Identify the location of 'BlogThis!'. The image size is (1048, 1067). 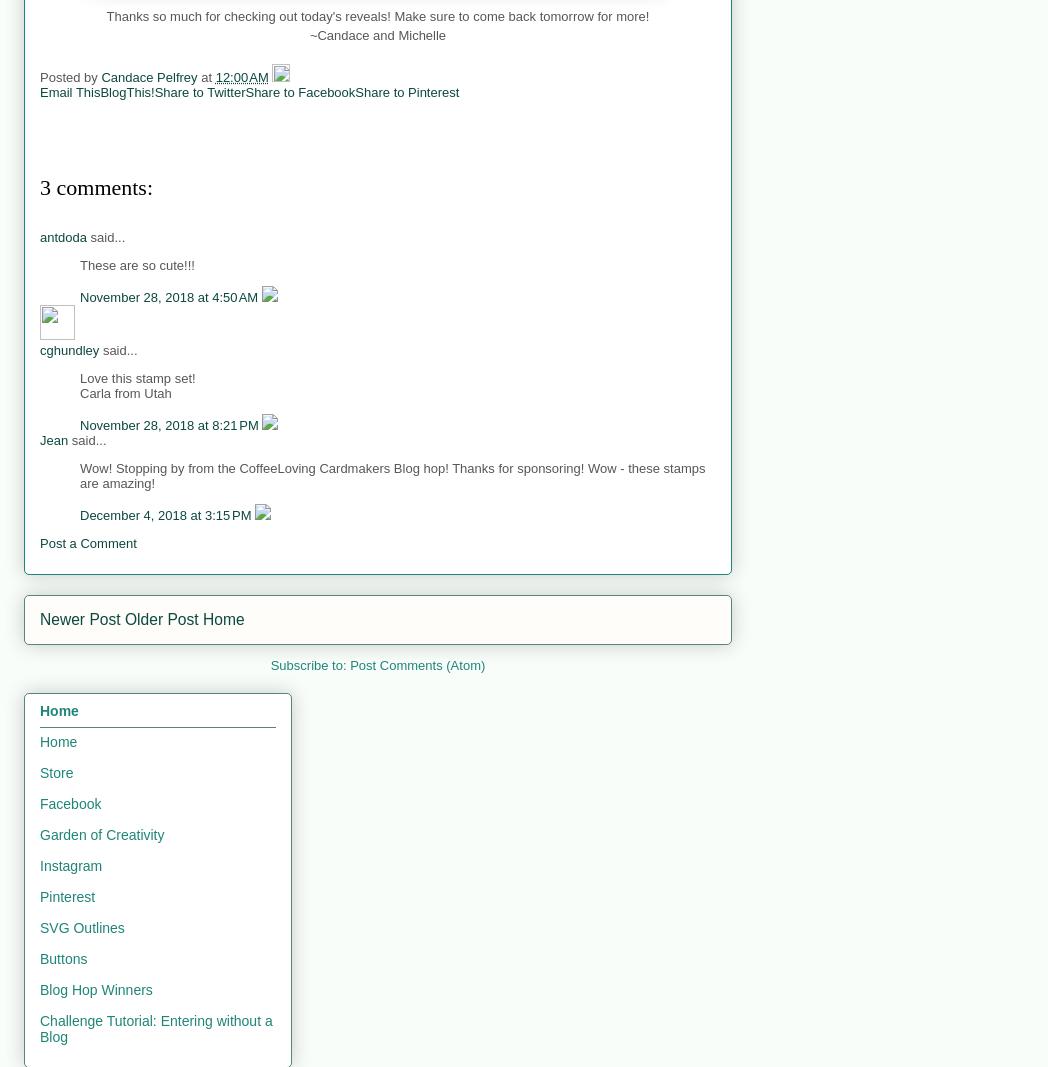
(126, 91).